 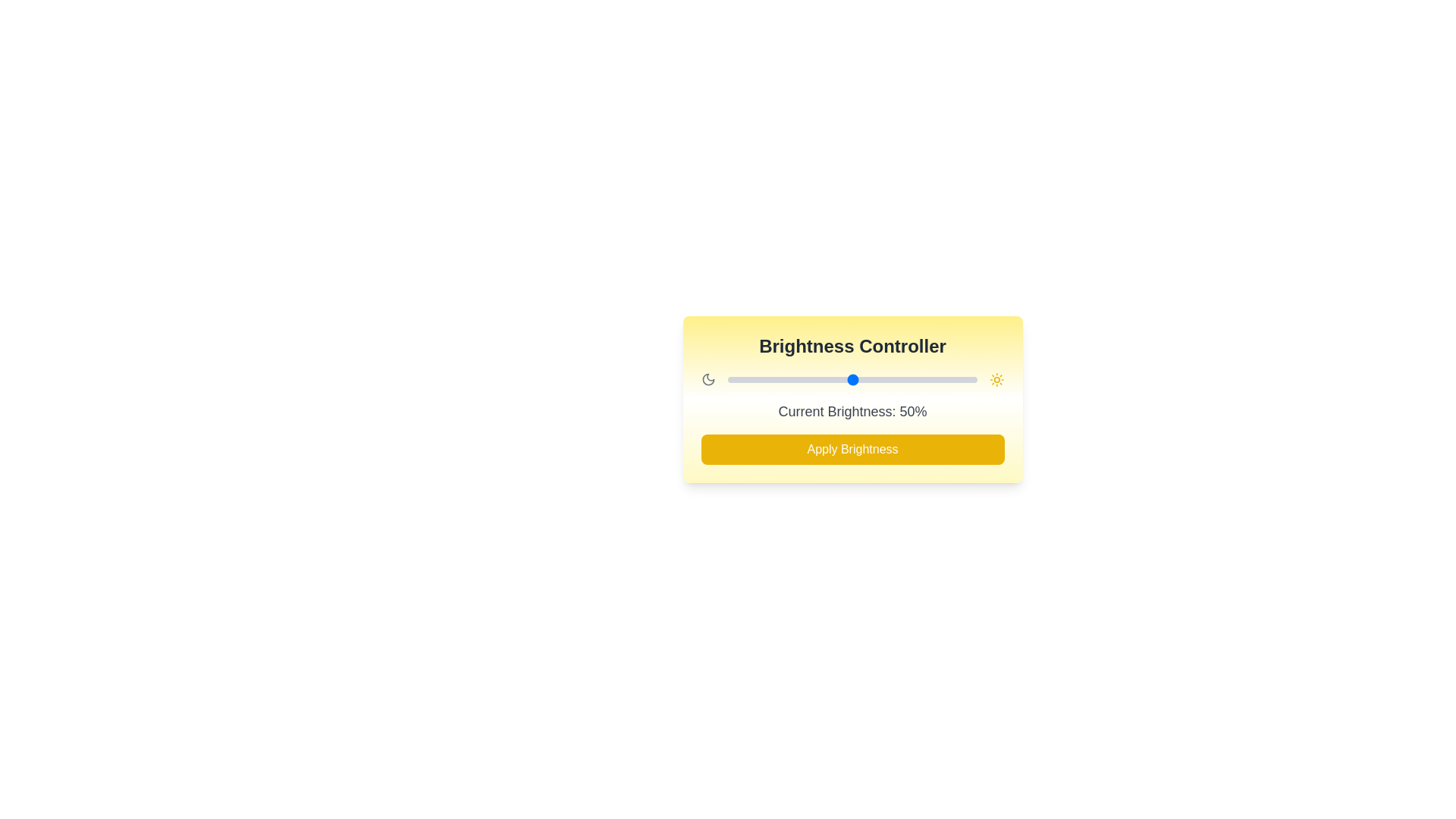 What do you see at coordinates (899, 379) in the screenshot?
I see `the brightness slider to 69%` at bounding box center [899, 379].